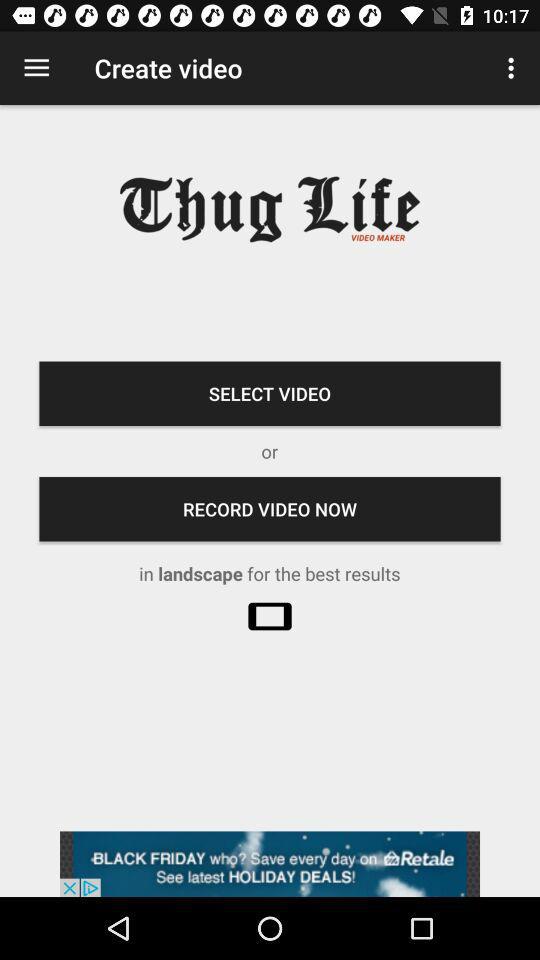 This screenshot has height=960, width=540. What do you see at coordinates (270, 863) in the screenshot?
I see `advertisement page` at bounding box center [270, 863].